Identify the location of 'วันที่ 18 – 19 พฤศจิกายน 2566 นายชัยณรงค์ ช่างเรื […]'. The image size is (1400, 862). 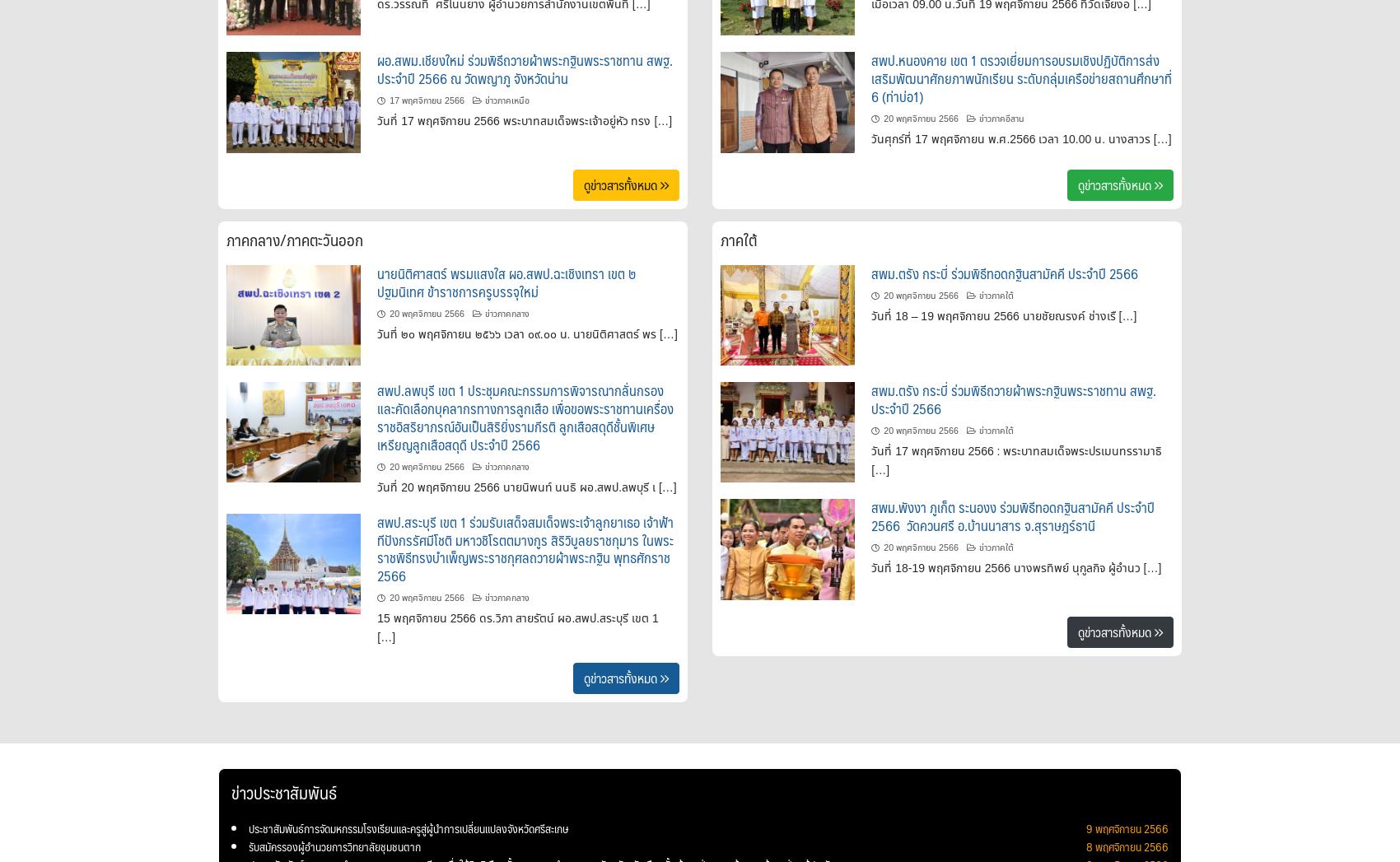
(1003, 314).